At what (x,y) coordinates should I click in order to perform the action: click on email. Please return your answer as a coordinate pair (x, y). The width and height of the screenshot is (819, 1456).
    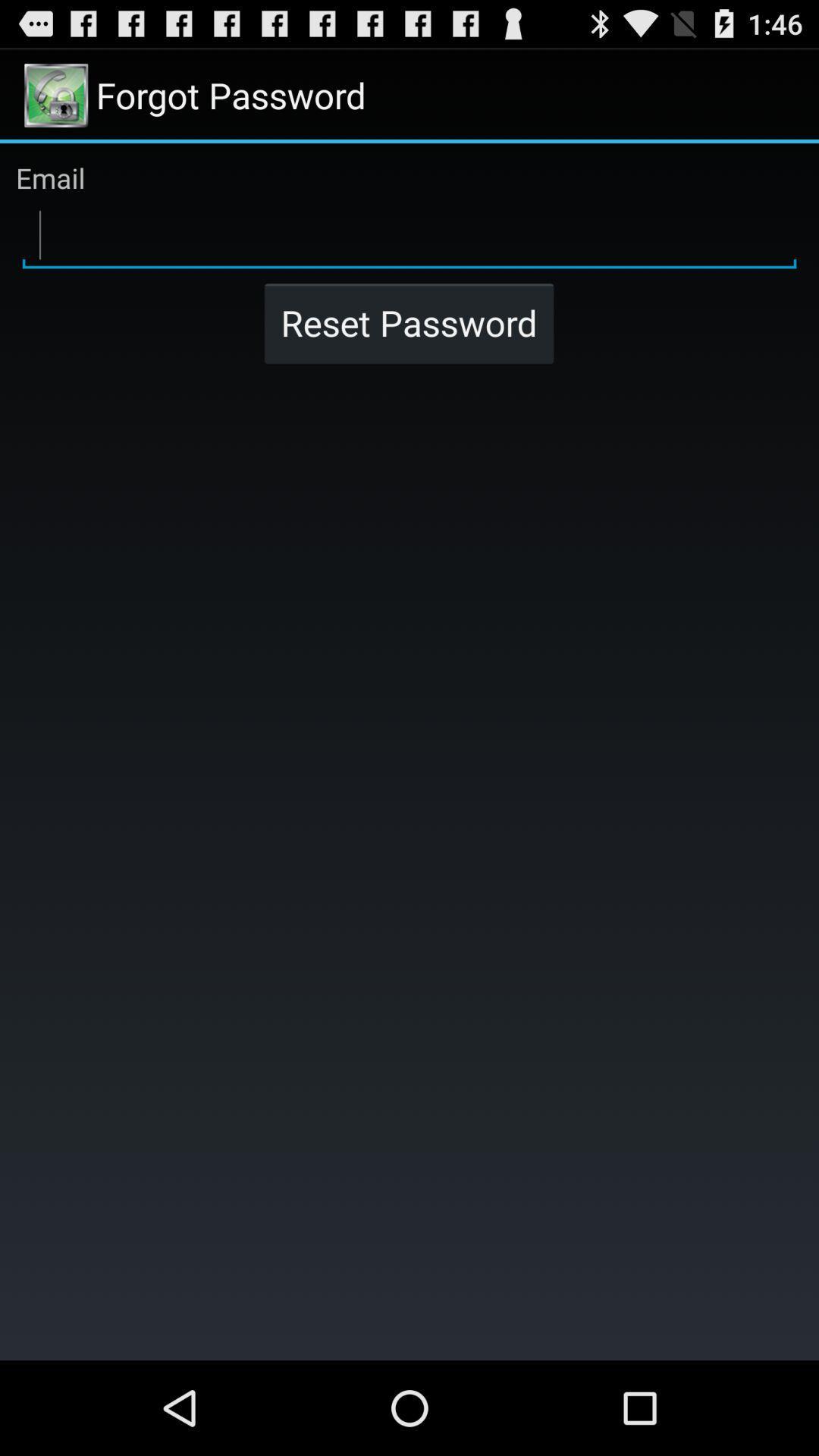
    Looking at the image, I should click on (409, 235).